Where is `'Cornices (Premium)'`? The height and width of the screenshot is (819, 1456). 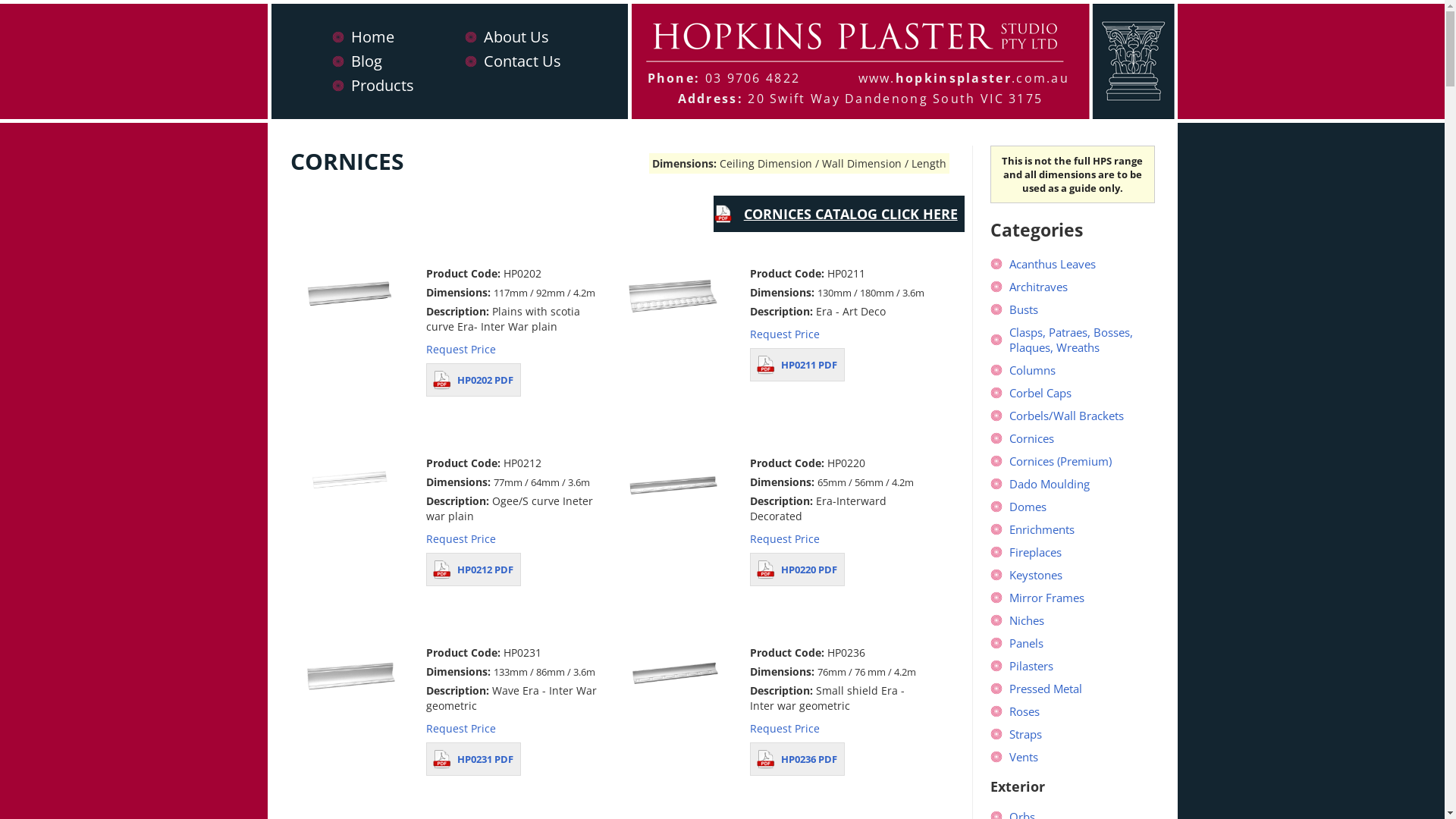
'Cornices (Premium)' is located at coordinates (1059, 460).